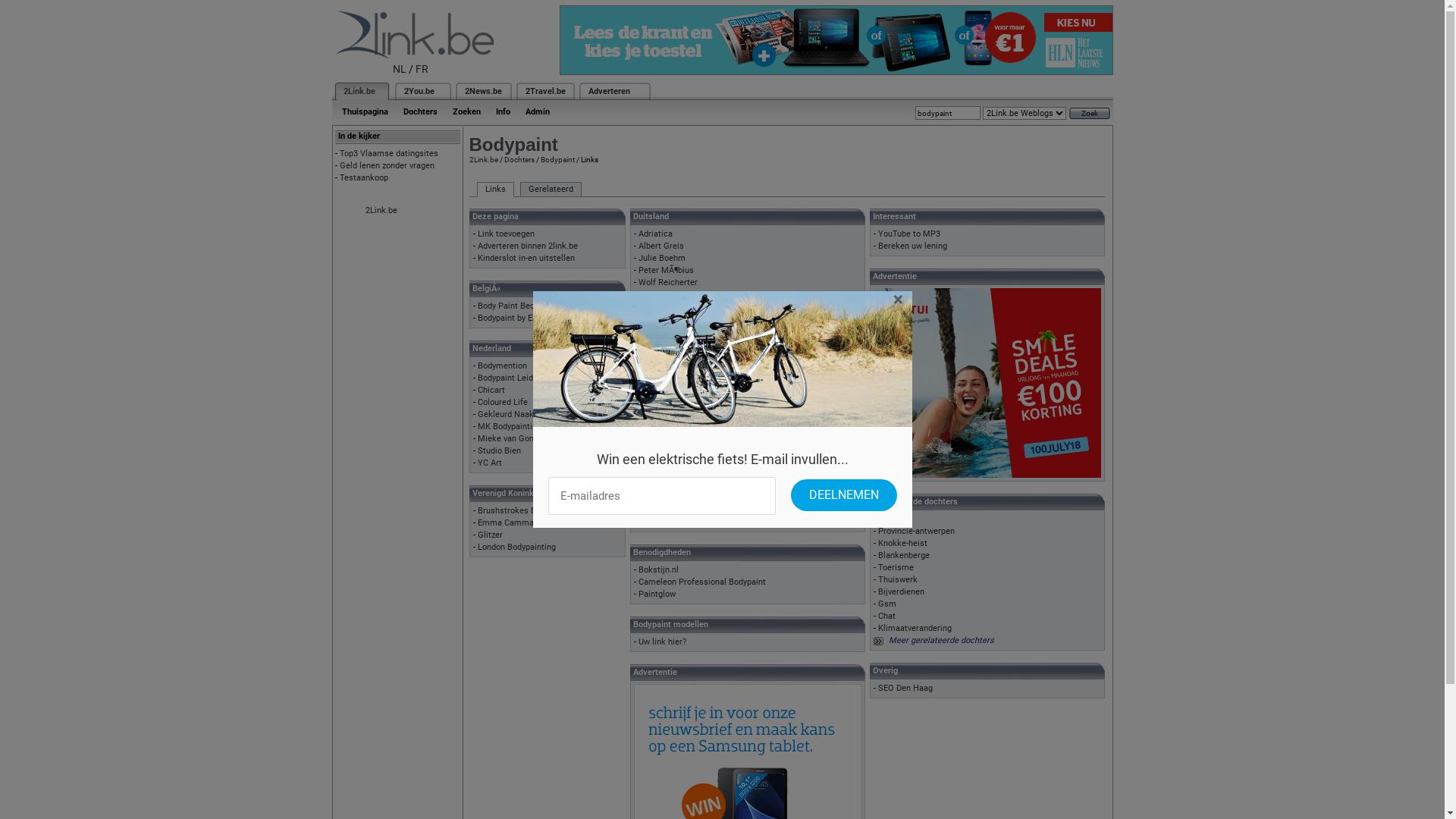  I want to click on 'Coloured Life', so click(502, 401).